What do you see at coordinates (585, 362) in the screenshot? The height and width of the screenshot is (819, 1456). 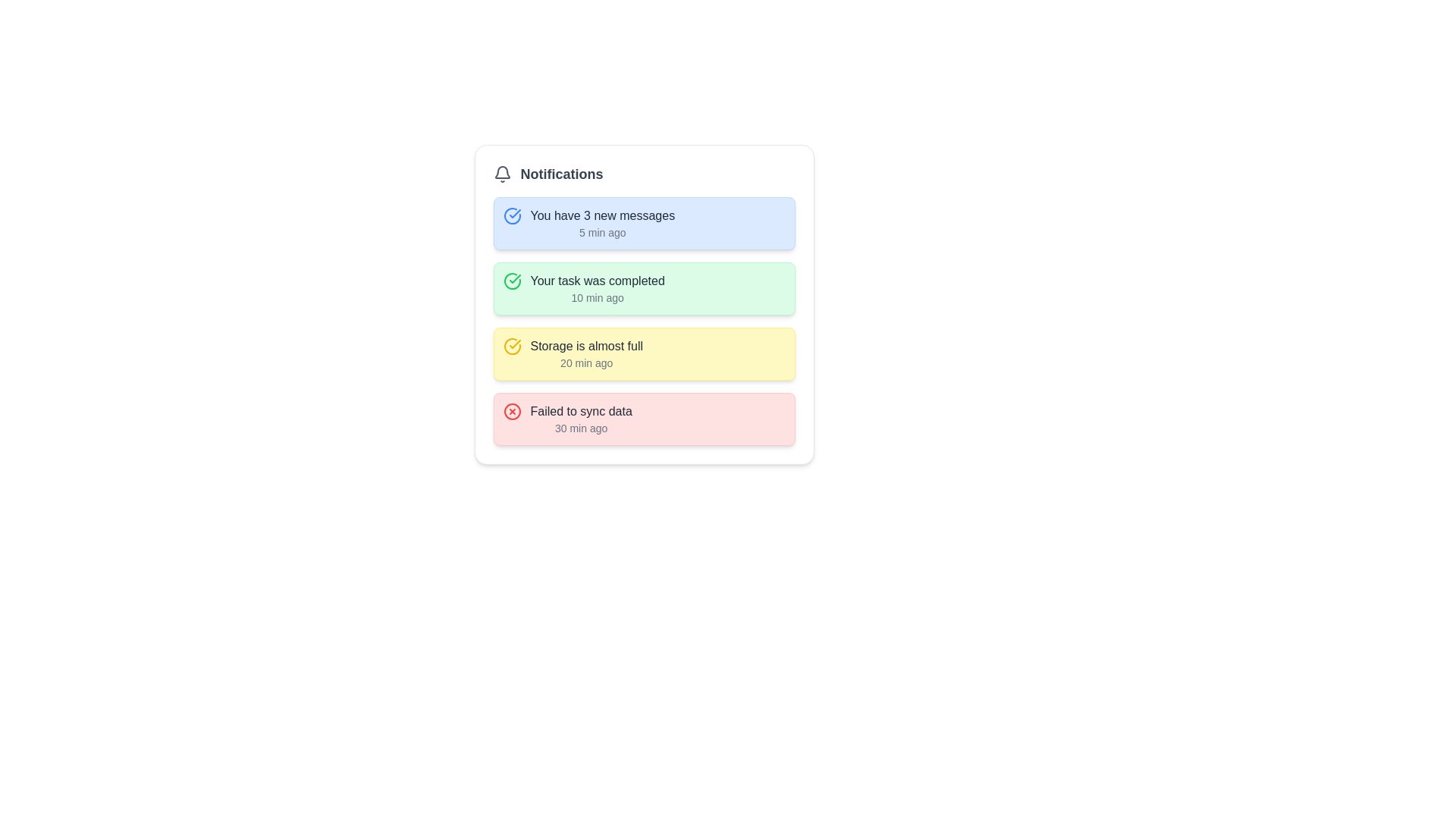 I see `the text element displaying the relative time of the notification's occurrence, located at the bottom-right corner of the 'Storage is almost full' notification tile` at bounding box center [585, 362].